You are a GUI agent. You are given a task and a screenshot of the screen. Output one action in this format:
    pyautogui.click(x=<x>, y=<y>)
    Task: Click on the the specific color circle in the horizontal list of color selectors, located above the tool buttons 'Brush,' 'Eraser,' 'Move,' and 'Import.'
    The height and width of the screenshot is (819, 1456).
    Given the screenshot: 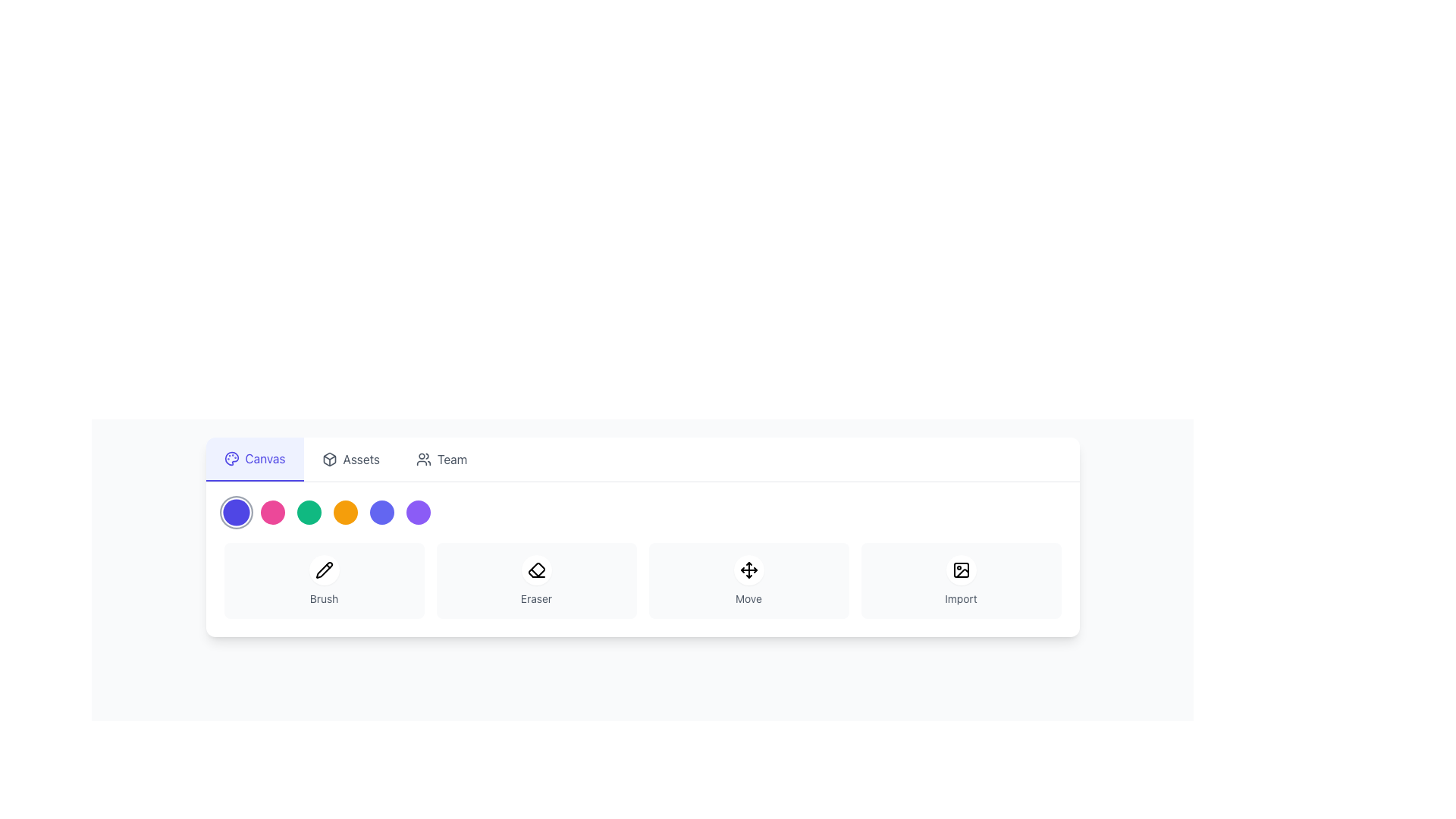 What is the action you would take?
    pyautogui.click(x=642, y=512)
    